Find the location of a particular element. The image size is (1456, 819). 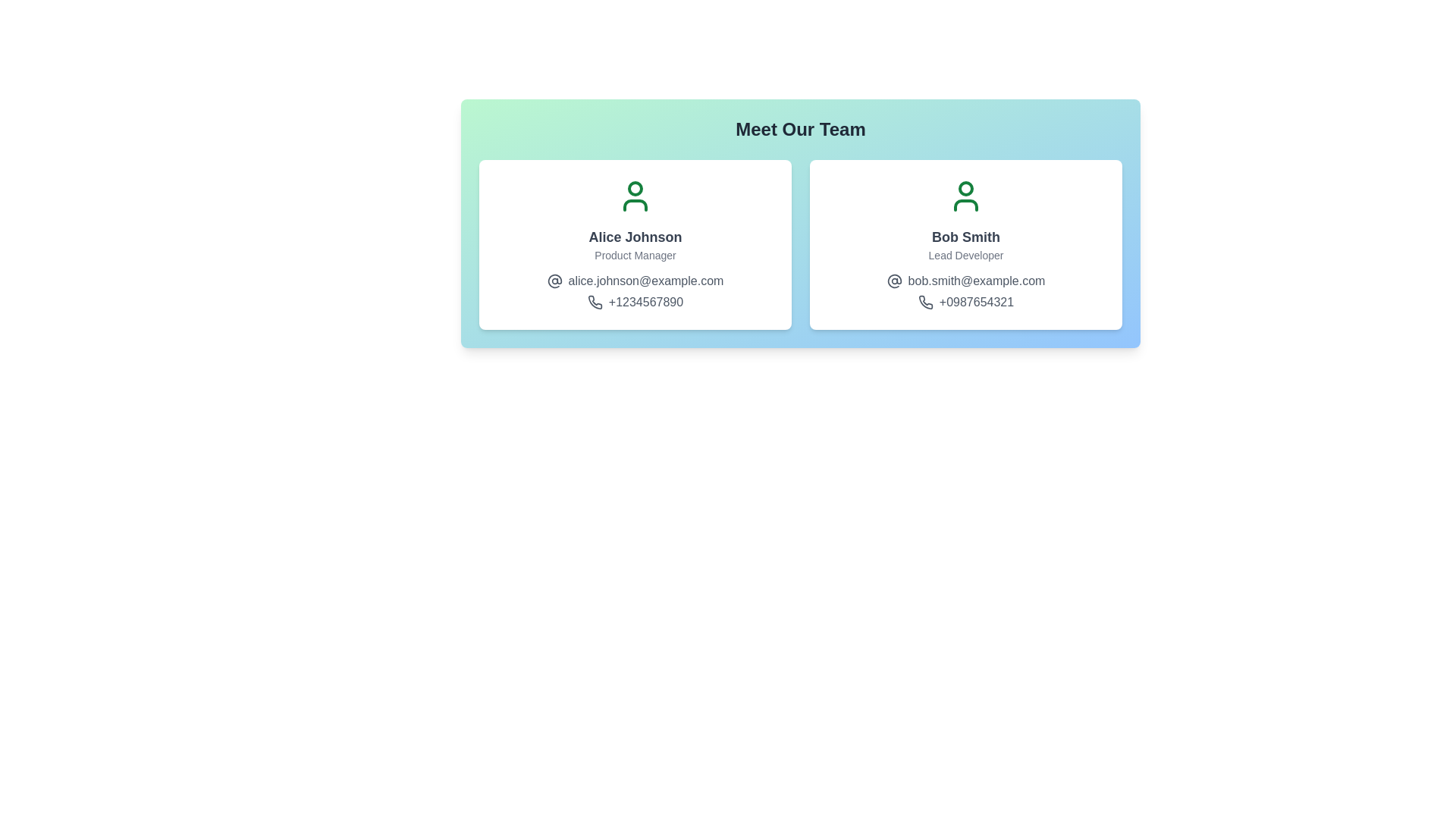

the phone icon located in the left profile card under the 'Meet Our Team' section, which is visually represented as a phone symbol and aligned with the email and phone number text is located at coordinates (594, 302).